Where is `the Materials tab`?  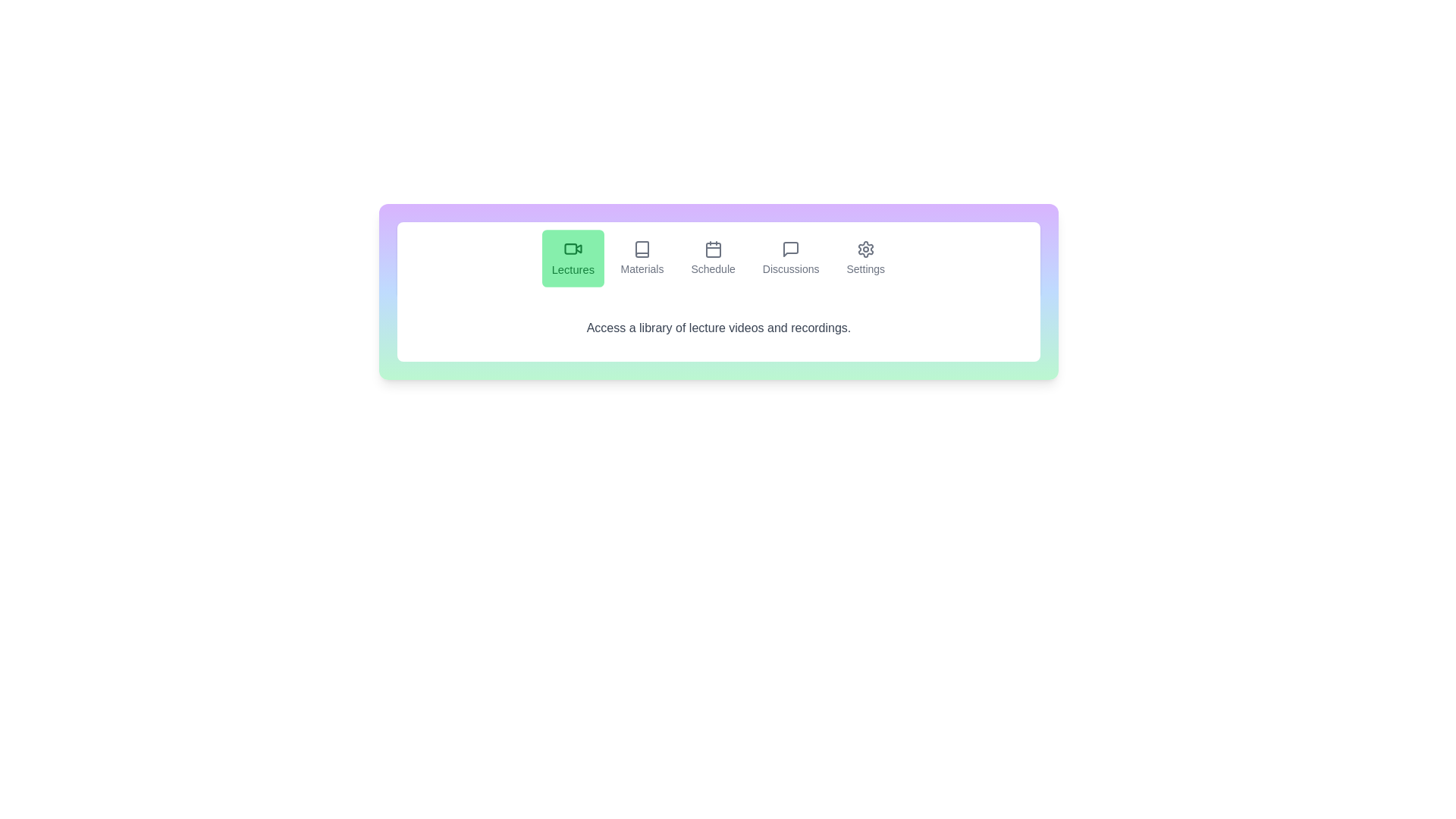 the Materials tab is located at coordinates (642, 257).